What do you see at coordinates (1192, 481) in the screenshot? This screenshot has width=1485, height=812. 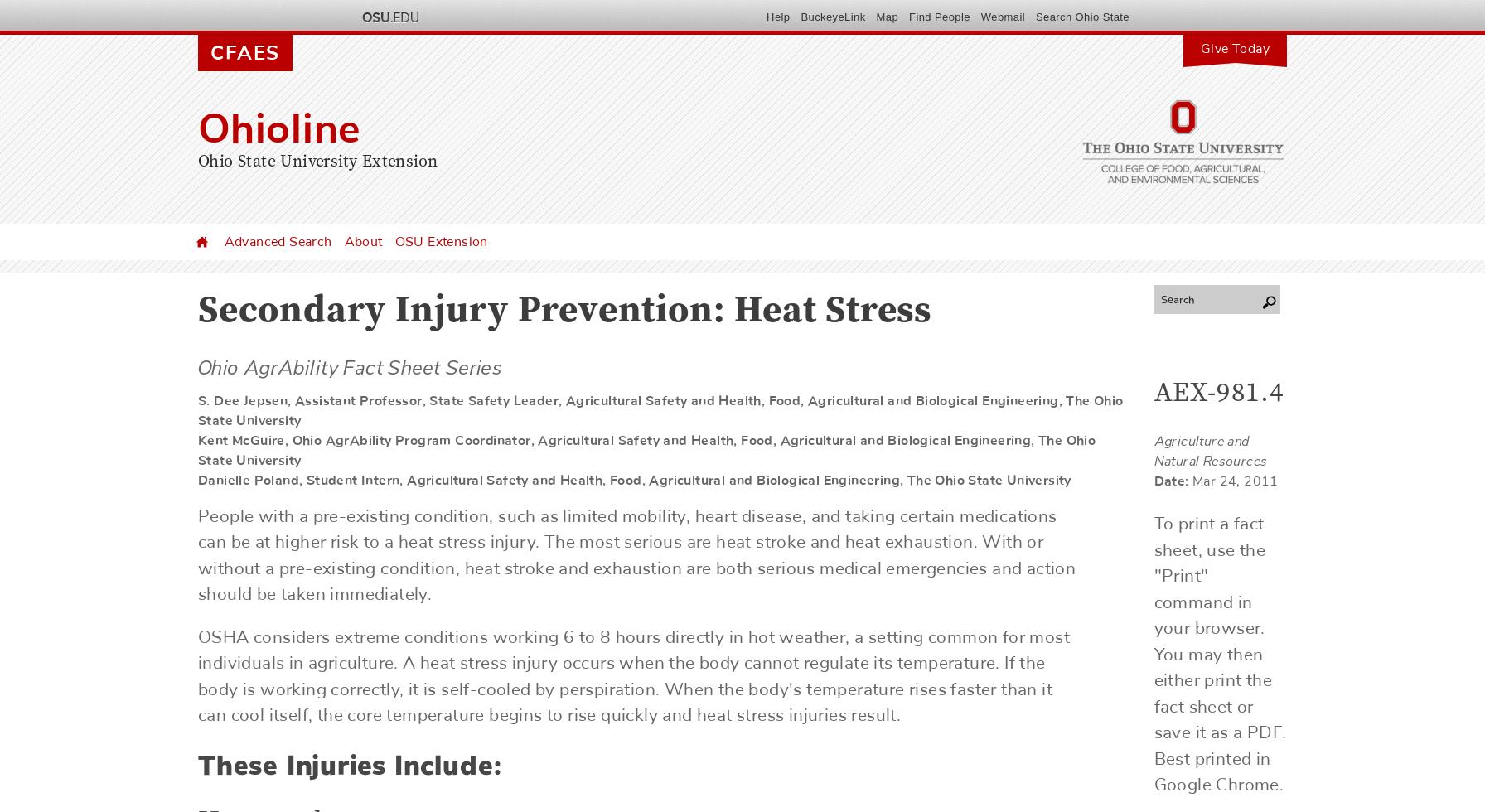 I see `'Mar 24, 2011'` at bounding box center [1192, 481].